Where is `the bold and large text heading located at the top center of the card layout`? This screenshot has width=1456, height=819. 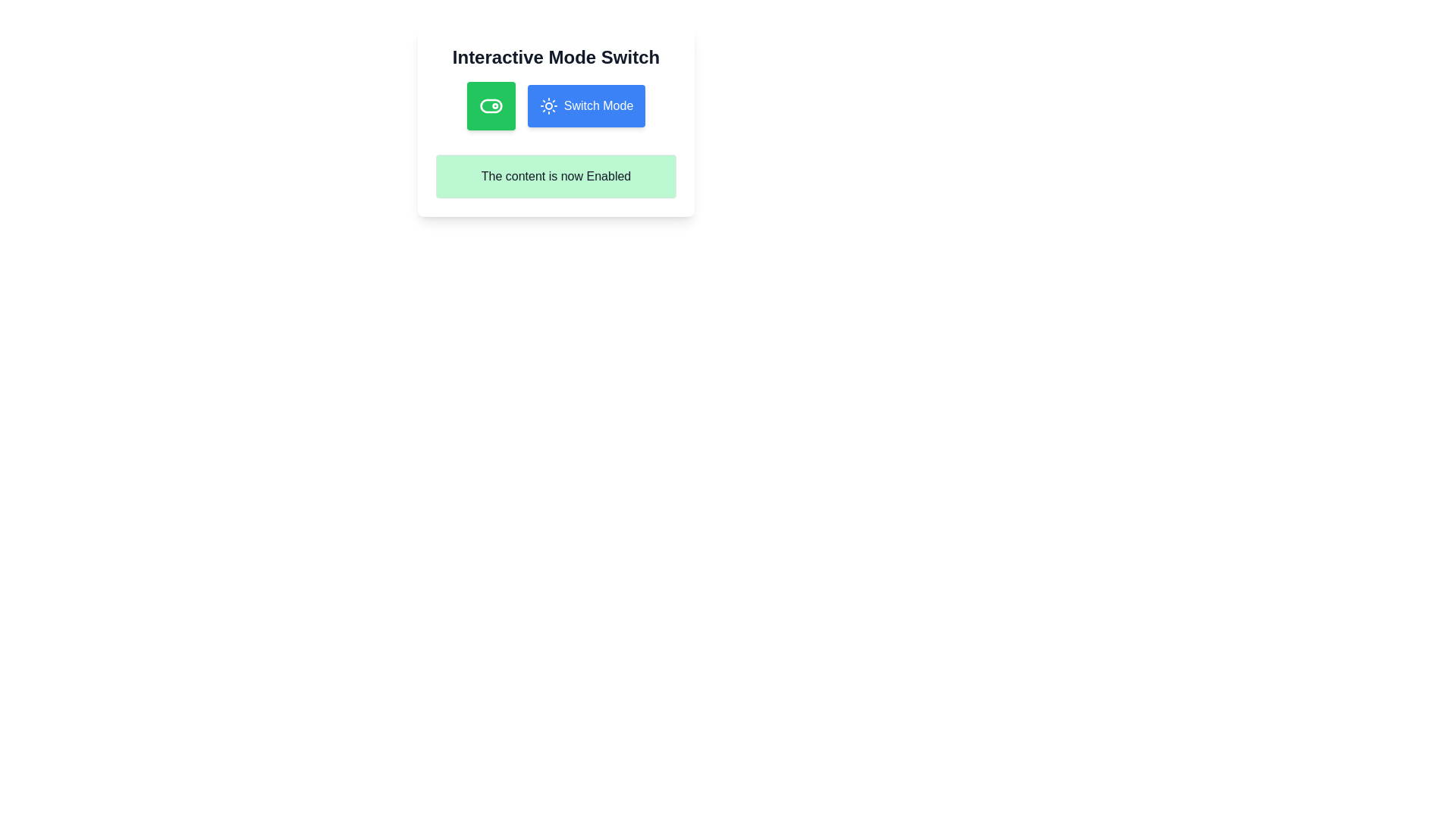 the bold and large text heading located at the top center of the card layout is located at coordinates (555, 57).